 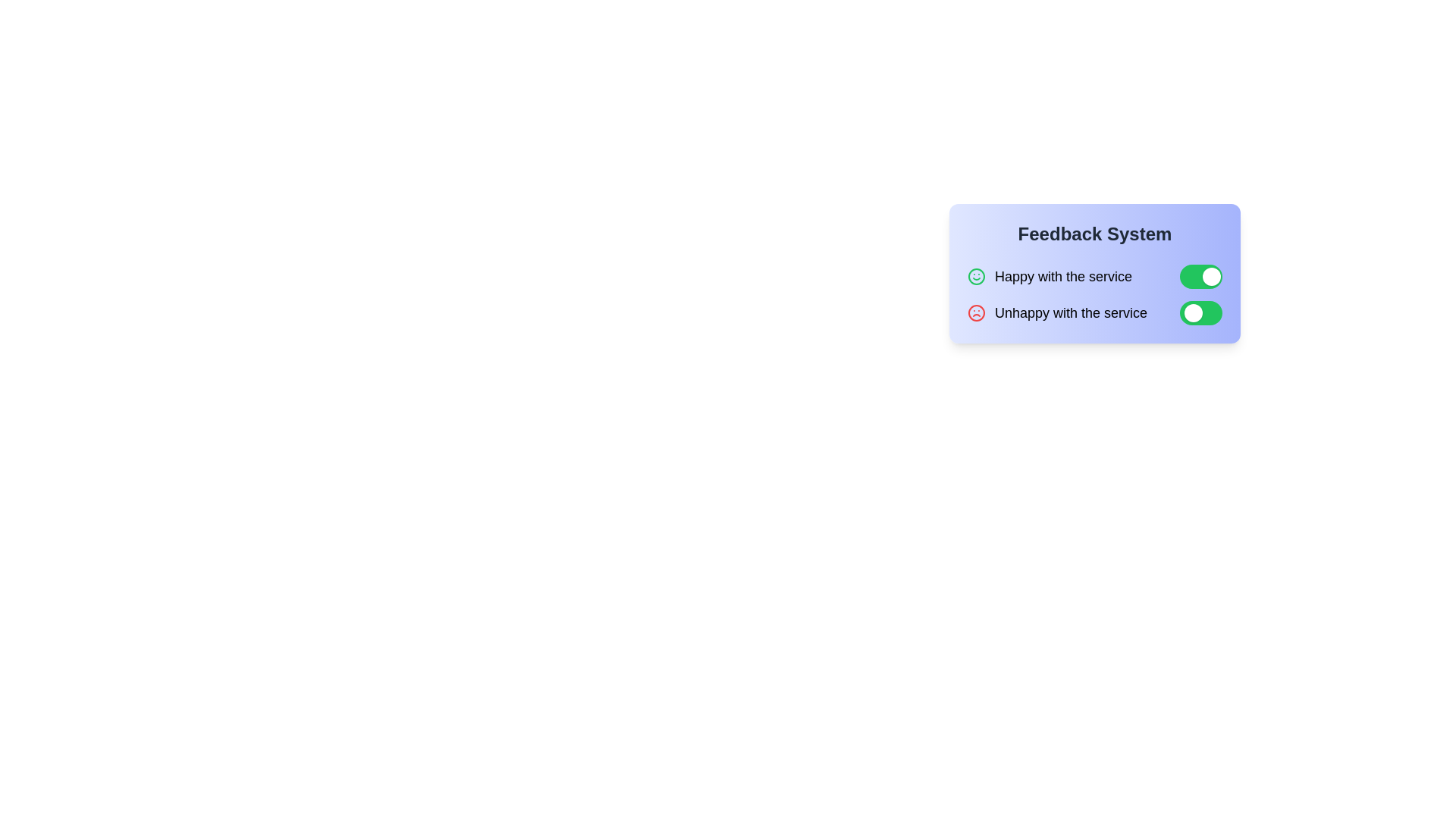 What do you see at coordinates (1193, 312) in the screenshot?
I see `the circular toggle switch handle located within the 'Feedback System' card, next to the 'Unhappy with the service' label` at bounding box center [1193, 312].